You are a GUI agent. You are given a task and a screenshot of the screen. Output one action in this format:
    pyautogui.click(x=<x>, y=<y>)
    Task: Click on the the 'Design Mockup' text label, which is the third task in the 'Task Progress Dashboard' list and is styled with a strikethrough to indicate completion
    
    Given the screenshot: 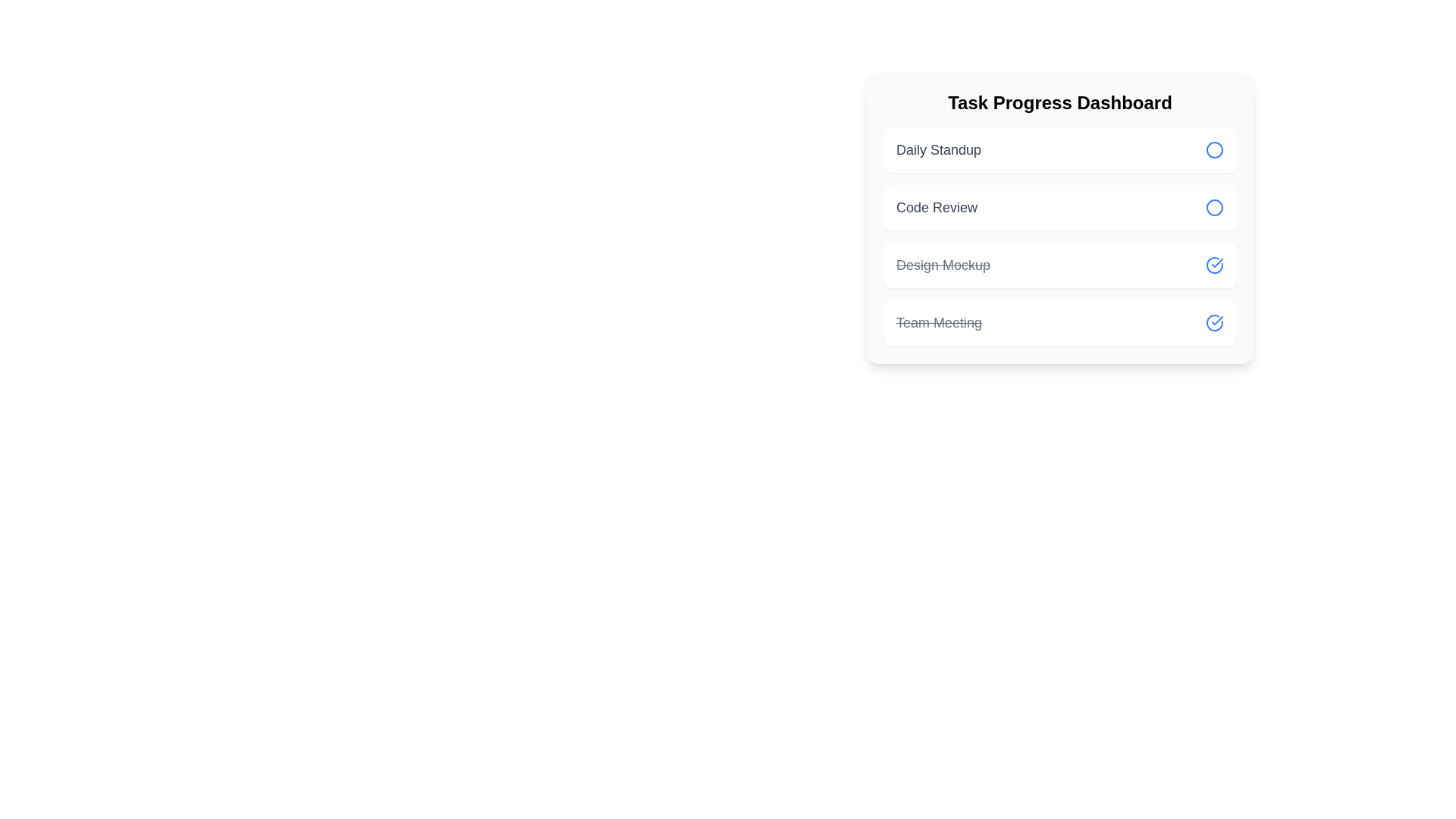 What is the action you would take?
    pyautogui.click(x=942, y=265)
    